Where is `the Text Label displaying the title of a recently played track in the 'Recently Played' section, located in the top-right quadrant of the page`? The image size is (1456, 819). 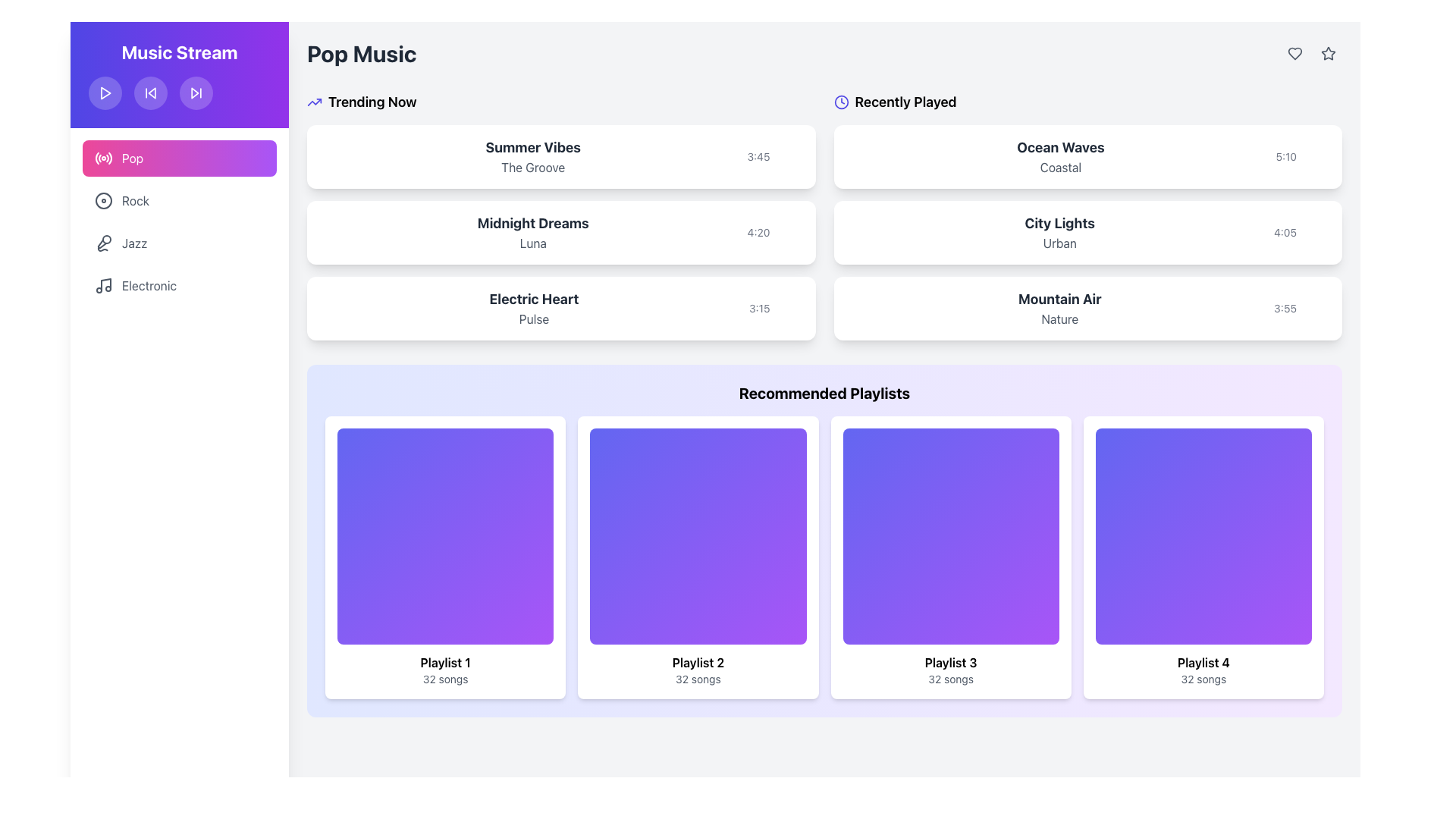 the Text Label displaying the title of a recently played track in the 'Recently Played' section, located in the top-right quadrant of the page is located at coordinates (1059, 148).